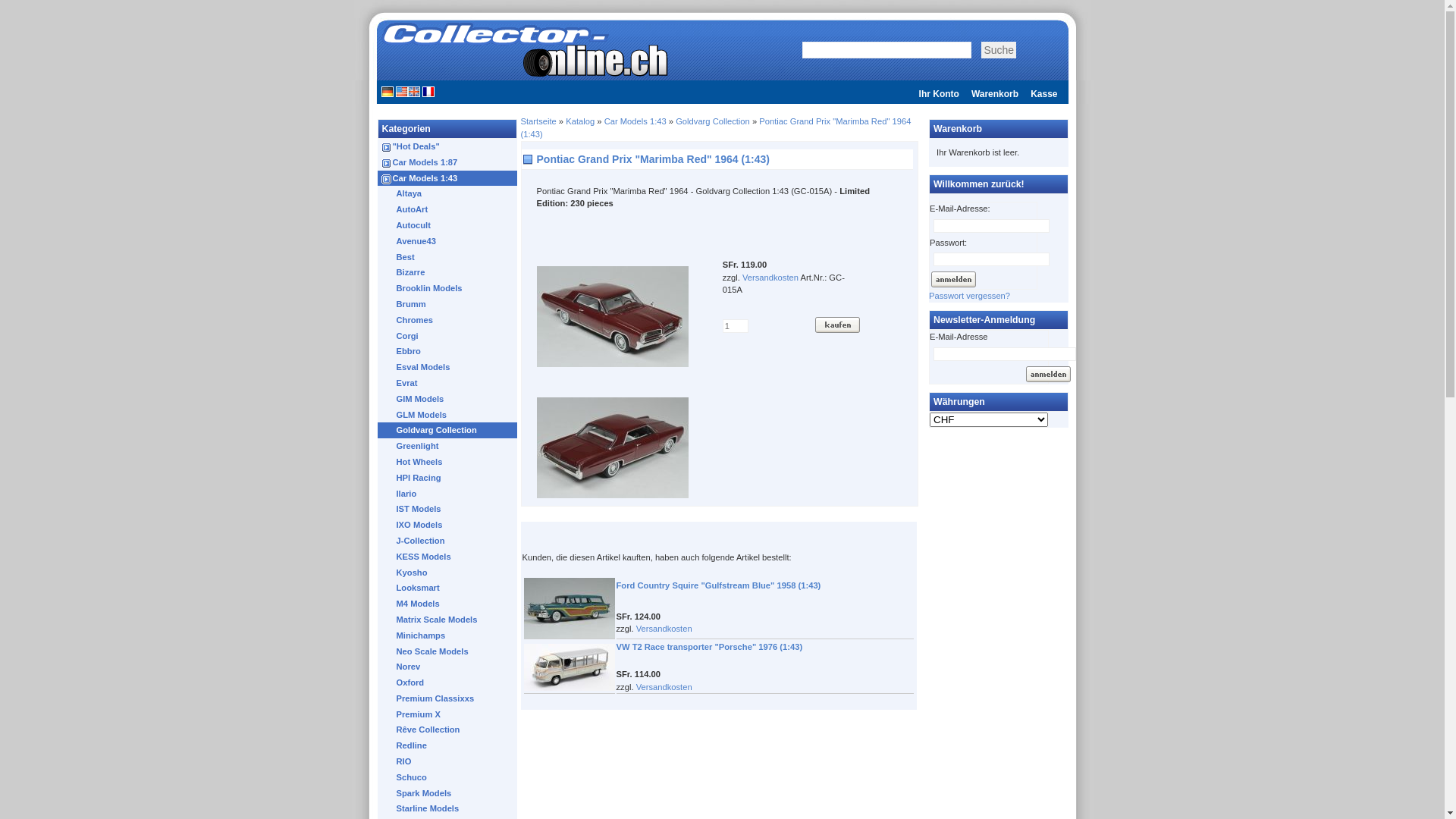  Describe the element at coordinates (836, 324) in the screenshot. I see `' In den Warenkorb '` at that location.